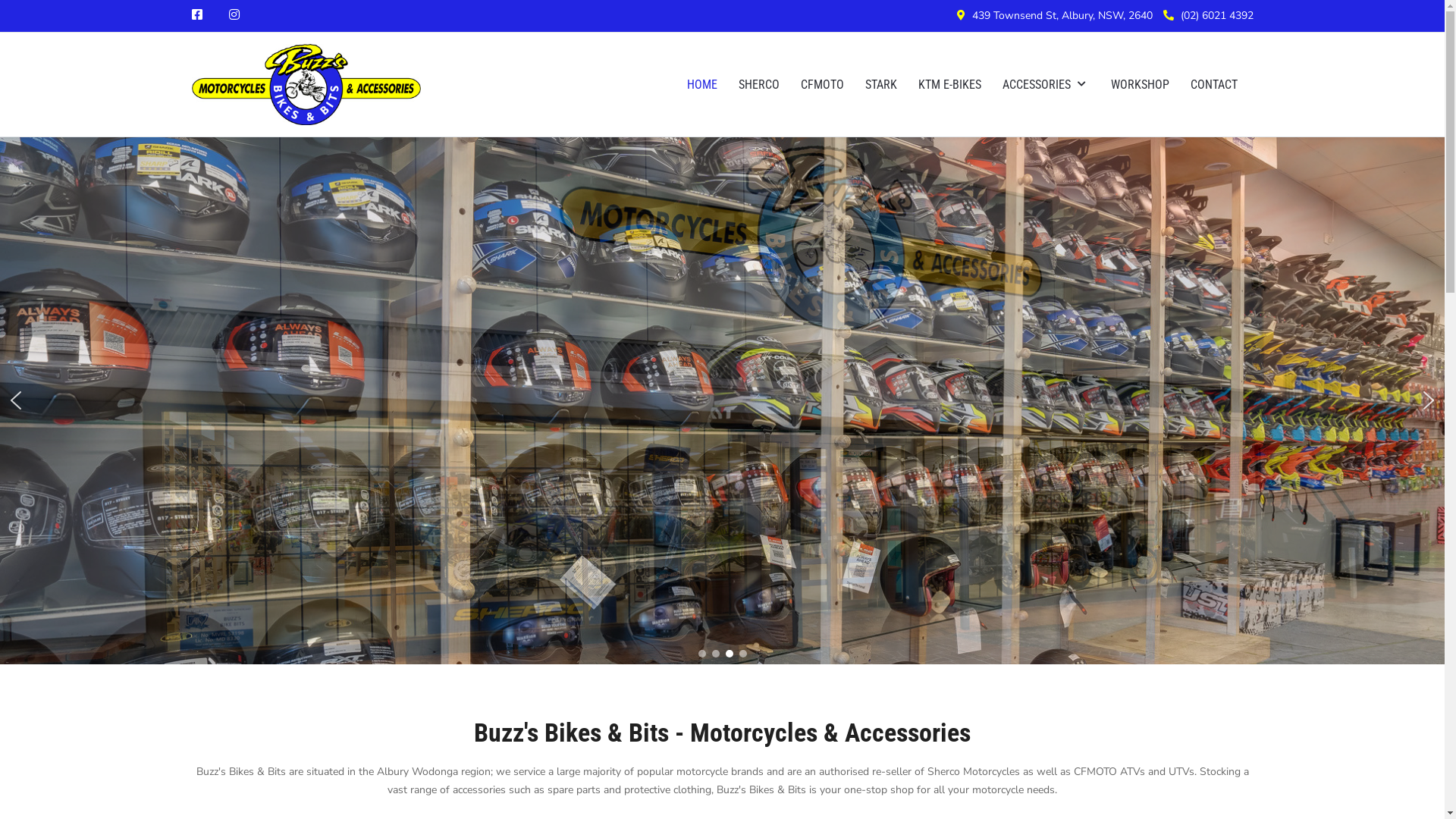 This screenshot has height=819, width=1456. I want to click on '439 Townsend St, Albury, NSW, 2640', so click(1062, 15).